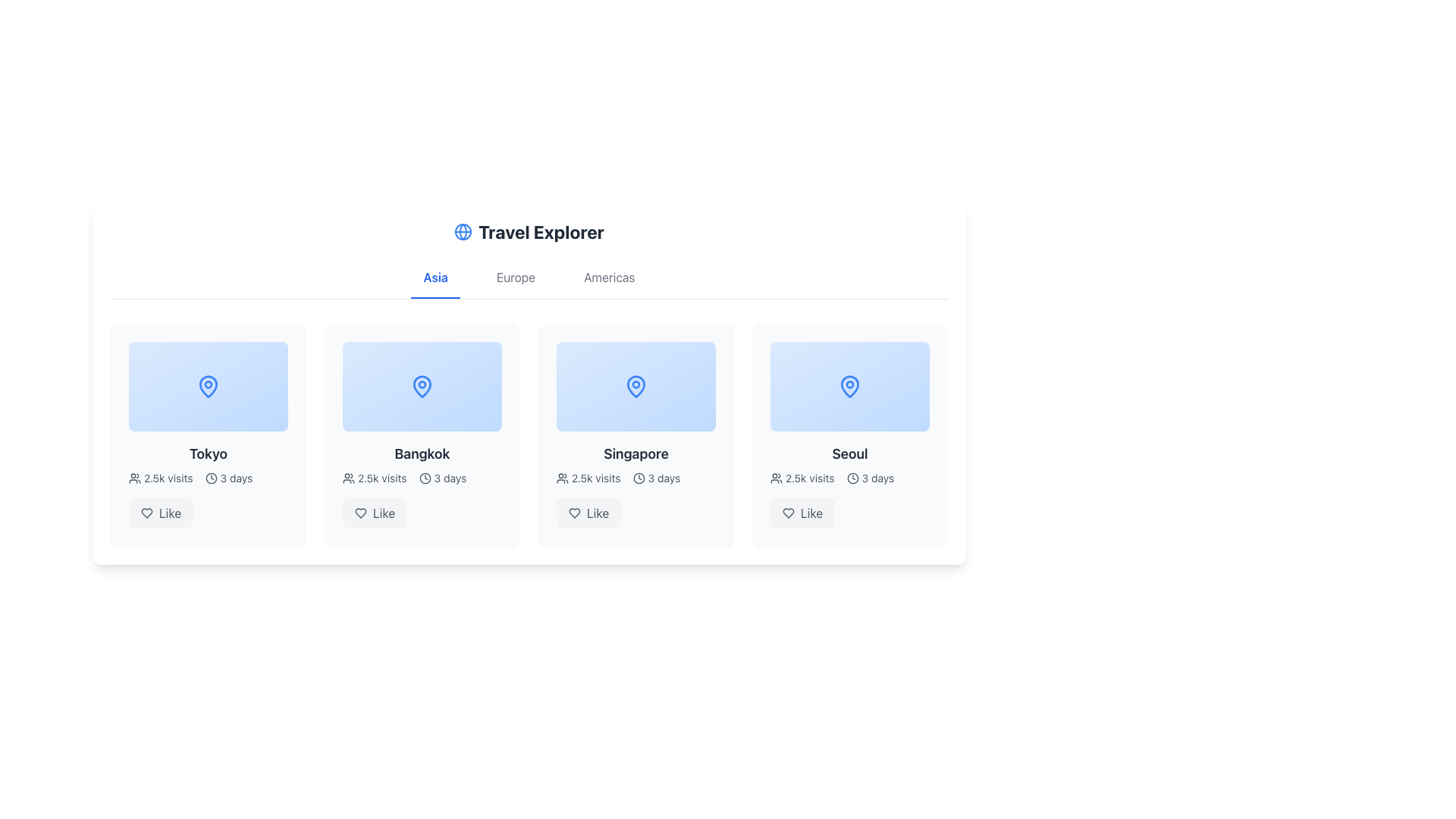 The height and width of the screenshot is (819, 1456). Describe the element at coordinates (595, 479) in the screenshot. I see `the text label displaying '2.5k visits', which is styled with a standard font and located next to the group icon below the title 'Singapore'` at that location.